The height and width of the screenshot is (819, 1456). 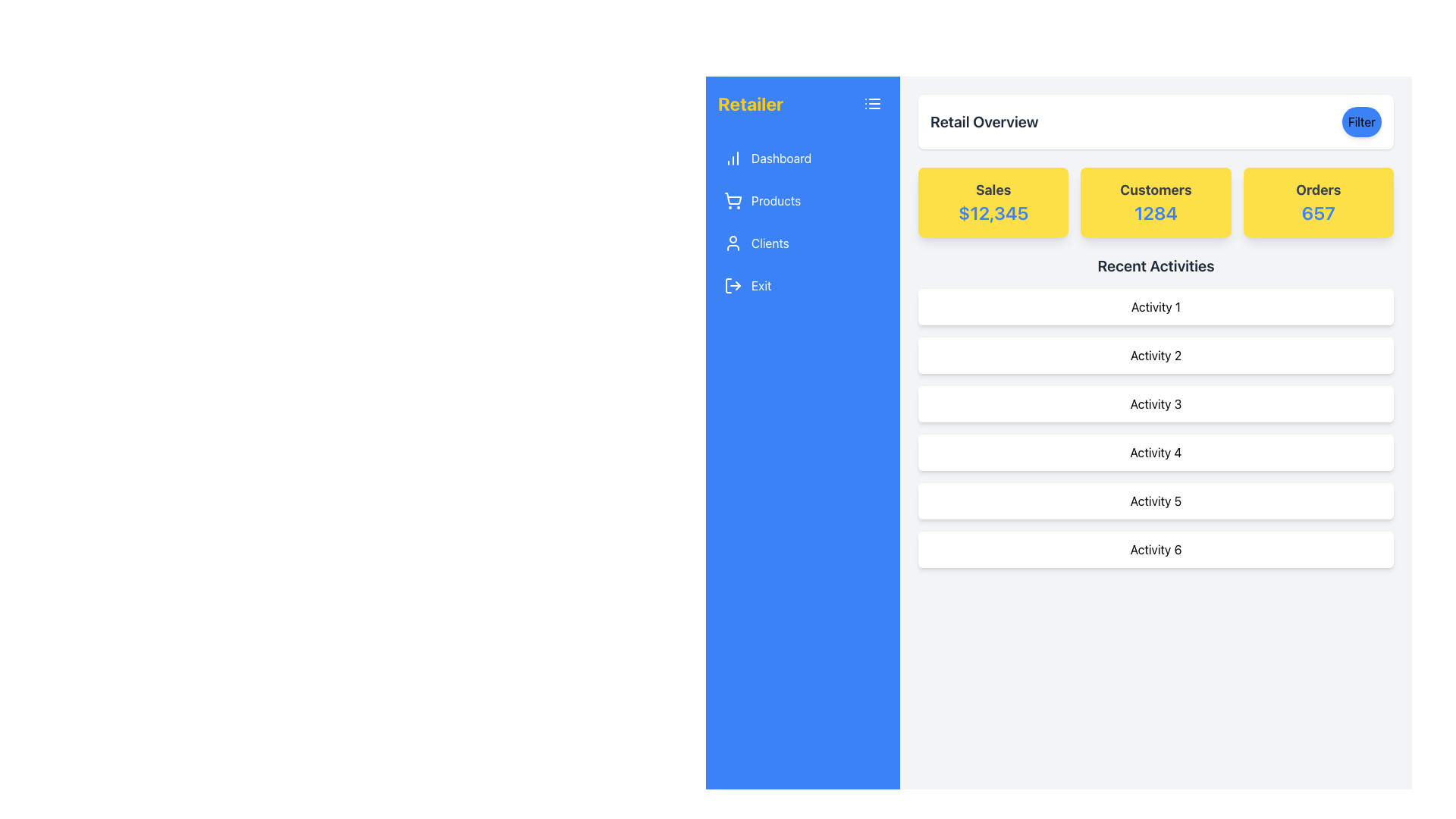 I want to click on the static display panel showing the number of customers, '1284', which is located between the 'Sales' and 'Orders' panels in the dashboard interface, so click(x=1155, y=201).